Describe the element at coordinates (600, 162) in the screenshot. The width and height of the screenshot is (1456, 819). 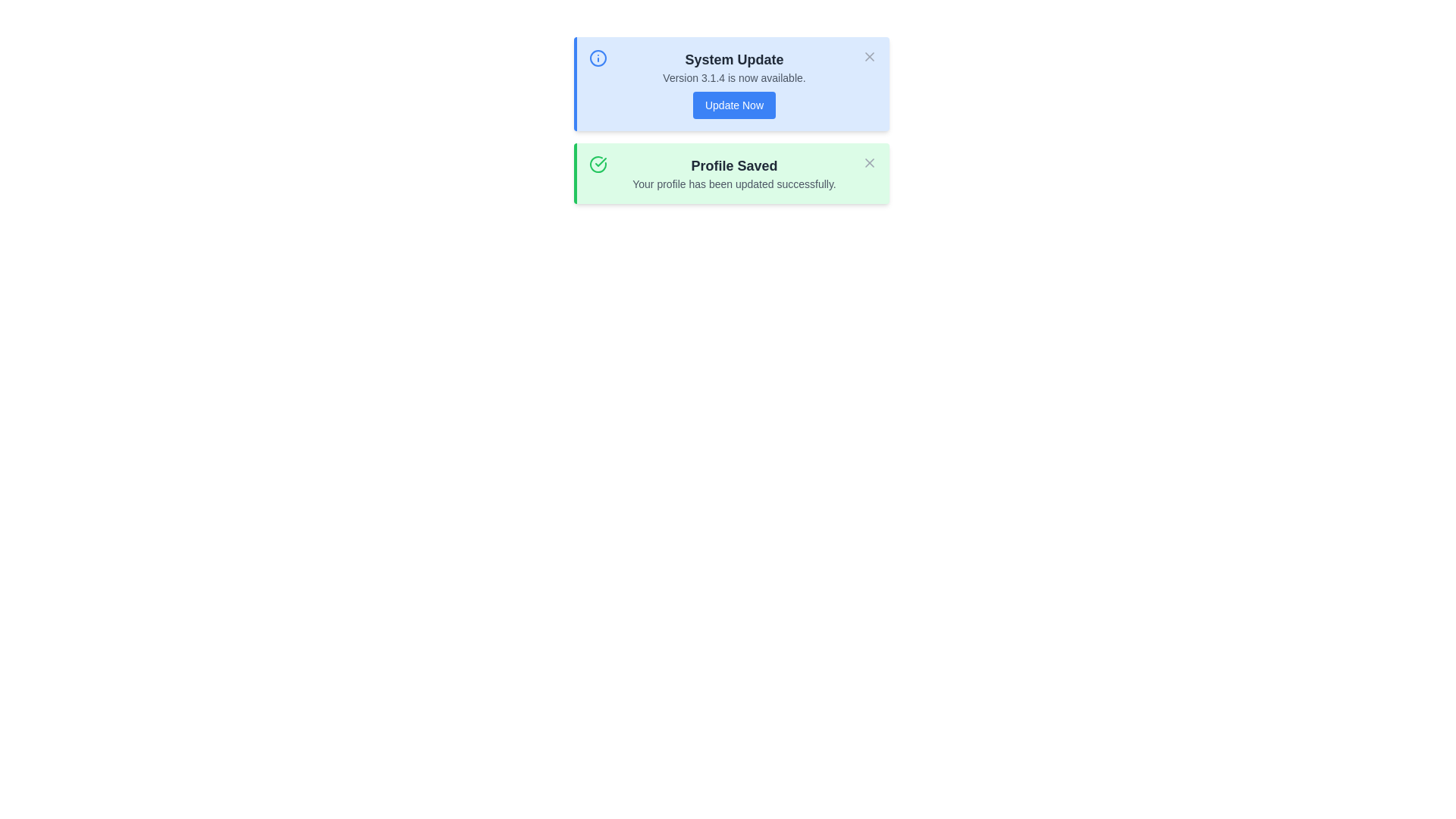
I see `the checkmark icon in the second notification box, which indicates success for the 'Profile Saved' notification` at that location.